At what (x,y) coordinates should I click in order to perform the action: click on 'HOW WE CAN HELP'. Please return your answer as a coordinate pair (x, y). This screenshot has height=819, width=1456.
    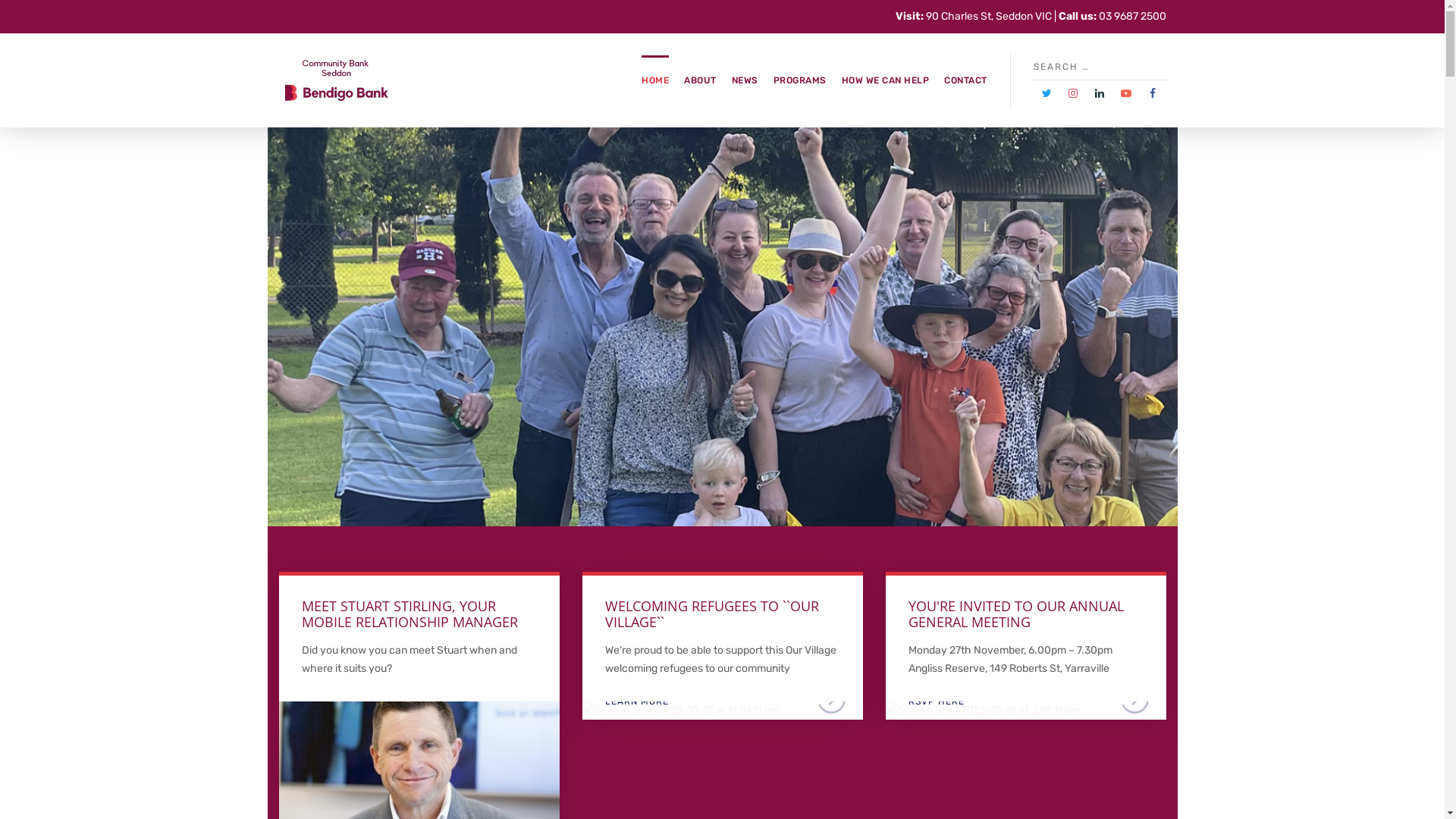
    Looking at the image, I should click on (885, 80).